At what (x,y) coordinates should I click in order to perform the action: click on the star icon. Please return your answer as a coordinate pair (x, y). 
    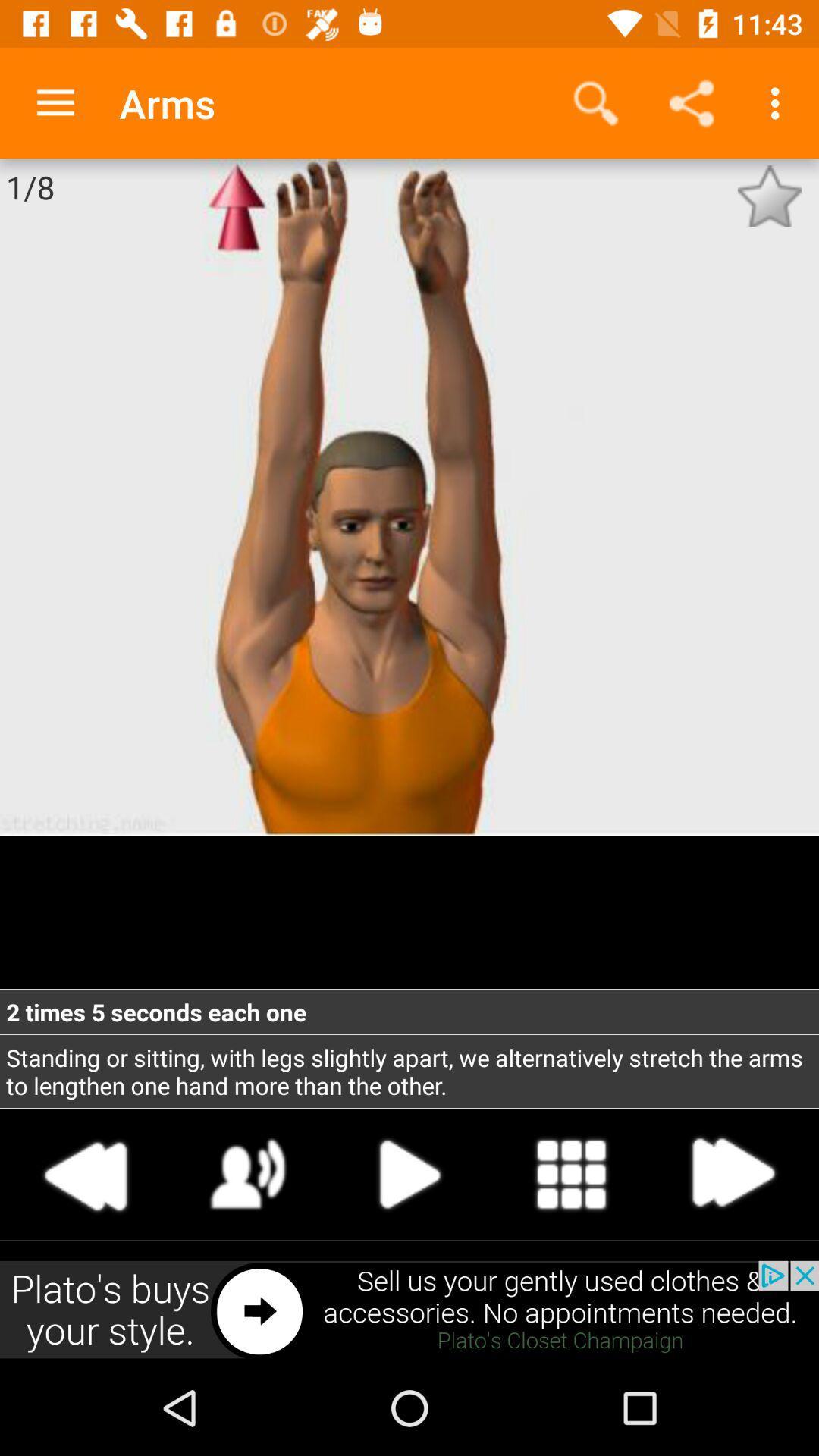
    Looking at the image, I should click on (769, 196).